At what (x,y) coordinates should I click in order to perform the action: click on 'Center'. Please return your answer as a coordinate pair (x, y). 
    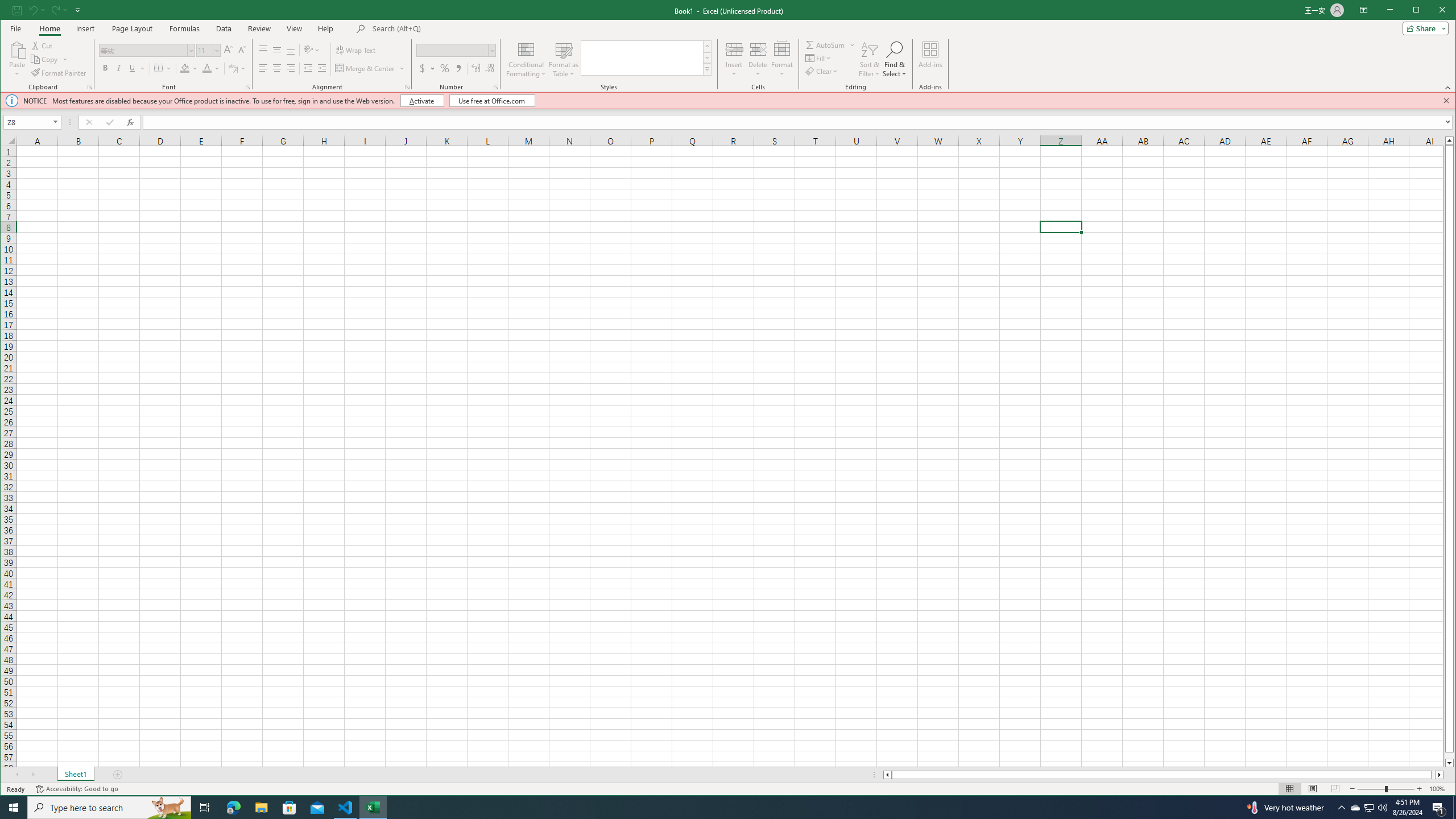
    Looking at the image, I should click on (276, 68).